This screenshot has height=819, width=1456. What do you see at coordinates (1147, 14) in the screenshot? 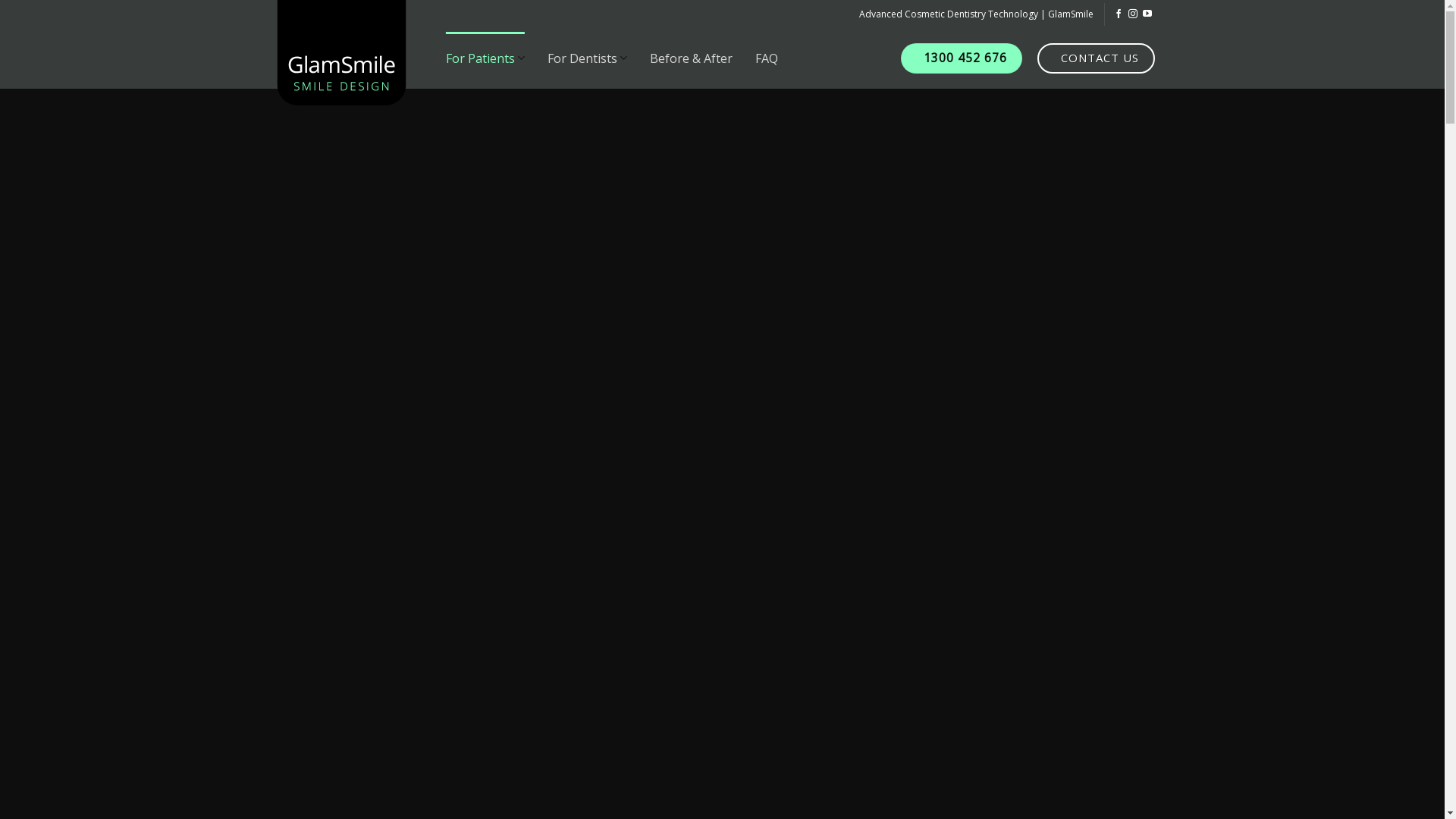
I see `'Follow on YouTube'` at bounding box center [1147, 14].